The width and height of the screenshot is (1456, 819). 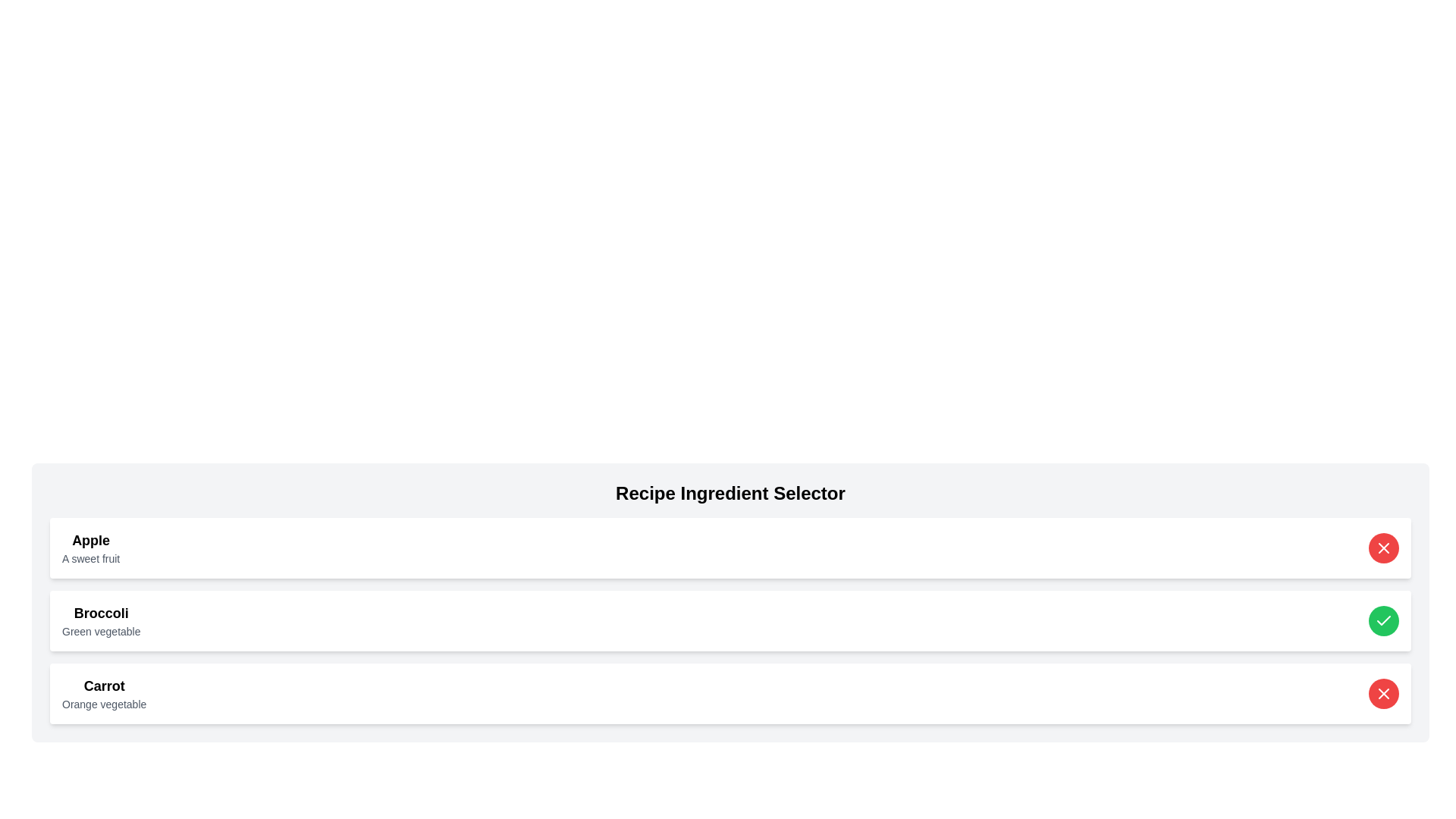 What do you see at coordinates (103, 693) in the screenshot?
I see `the text element displaying 'Carrot' in large, bold font, which is part of the Recipe Ingredient Selector list, positioned between 'Broccoli: Green vegetable' and an empty area` at bounding box center [103, 693].